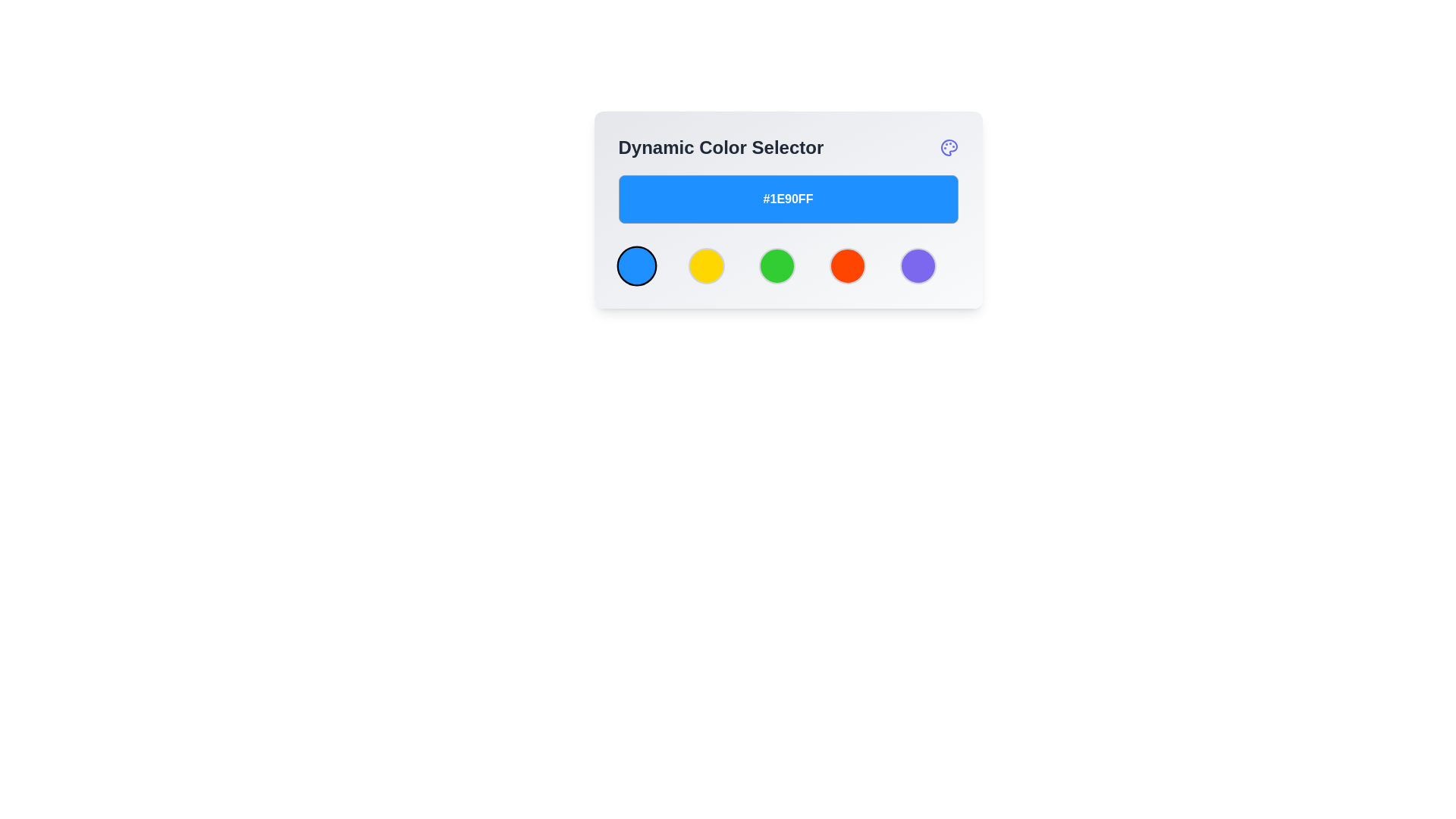 The height and width of the screenshot is (819, 1456). Describe the element at coordinates (788, 265) in the screenshot. I see `the third circular interactive button with a vivid green fill color (#32CD32) and a gray border, located below the blue rectangle labeled '#1E90FF'` at that location.